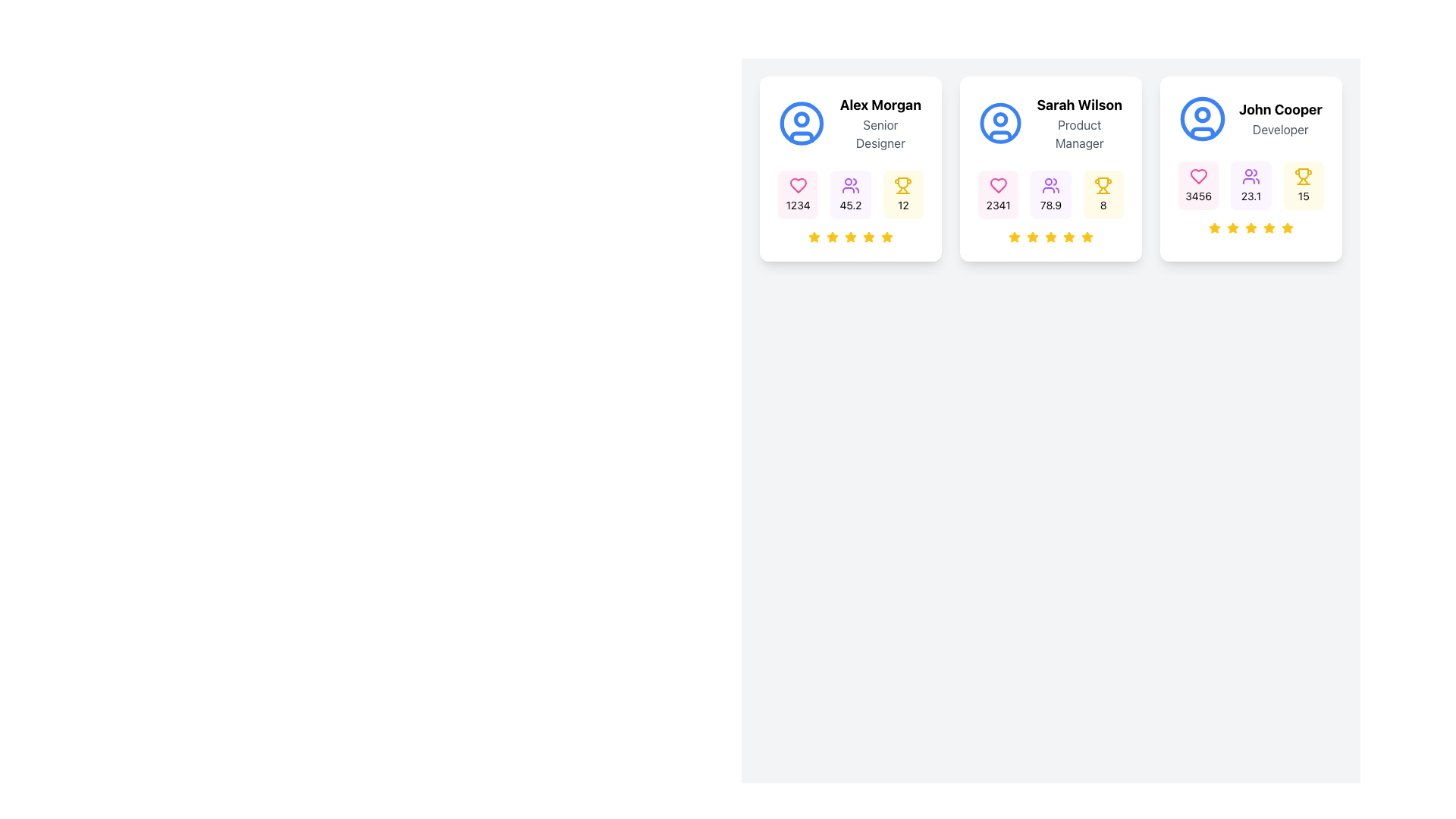 Image resolution: width=1456 pixels, height=819 pixels. What do you see at coordinates (1251, 195) in the screenshot?
I see `text content of the numerical value label located within the user details card positioned below the user icon and above another text element, specifically in the far-right card of a horizontal row` at bounding box center [1251, 195].